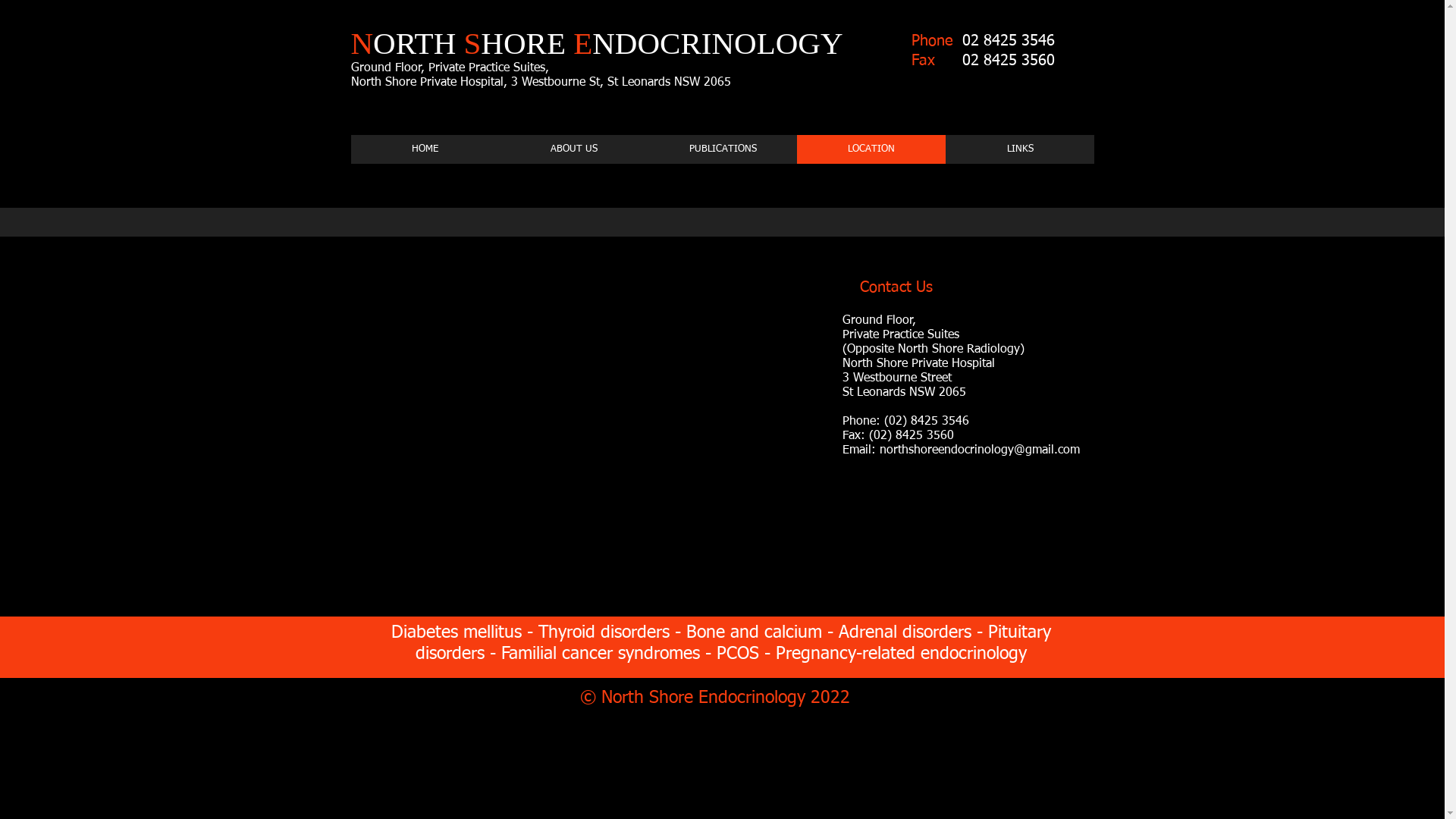 This screenshot has width=1456, height=819. Describe the element at coordinates (979, 450) in the screenshot. I see `'northshoreendocrinology@gmail.com'` at that location.